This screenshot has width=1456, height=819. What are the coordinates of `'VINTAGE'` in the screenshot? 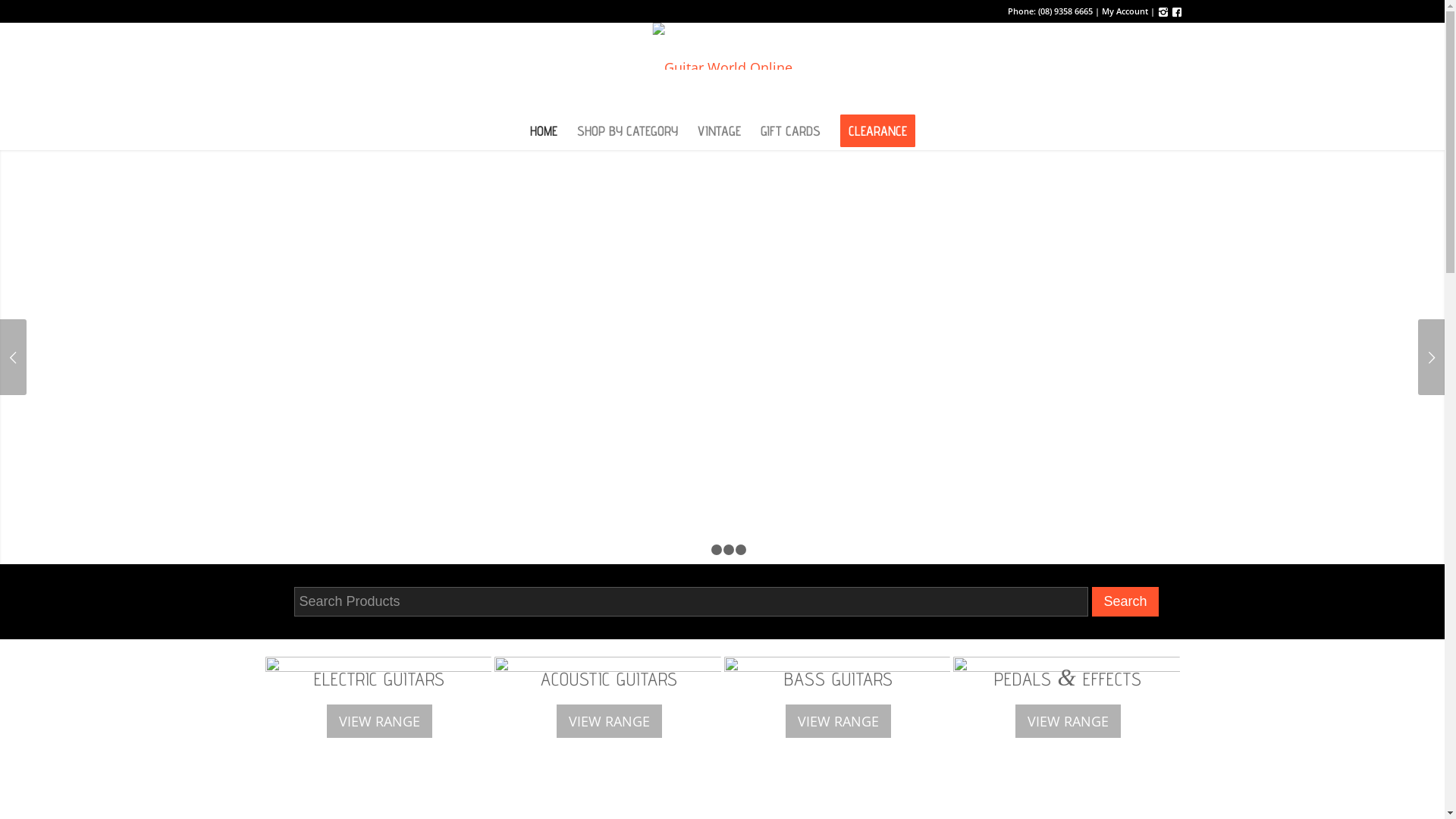 It's located at (686, 130).